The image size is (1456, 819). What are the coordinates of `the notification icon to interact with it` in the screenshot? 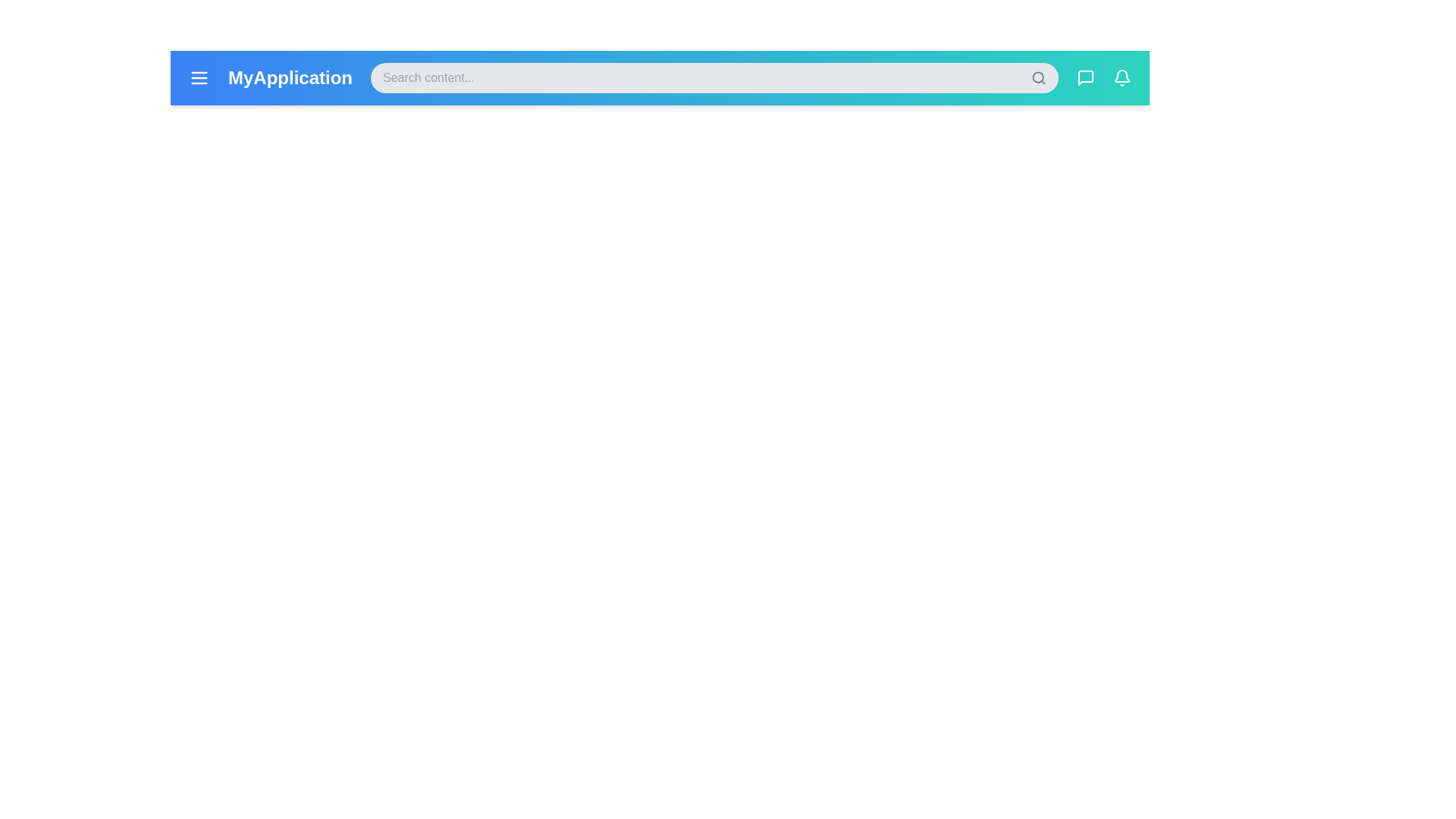 It's located at (1122, 78).